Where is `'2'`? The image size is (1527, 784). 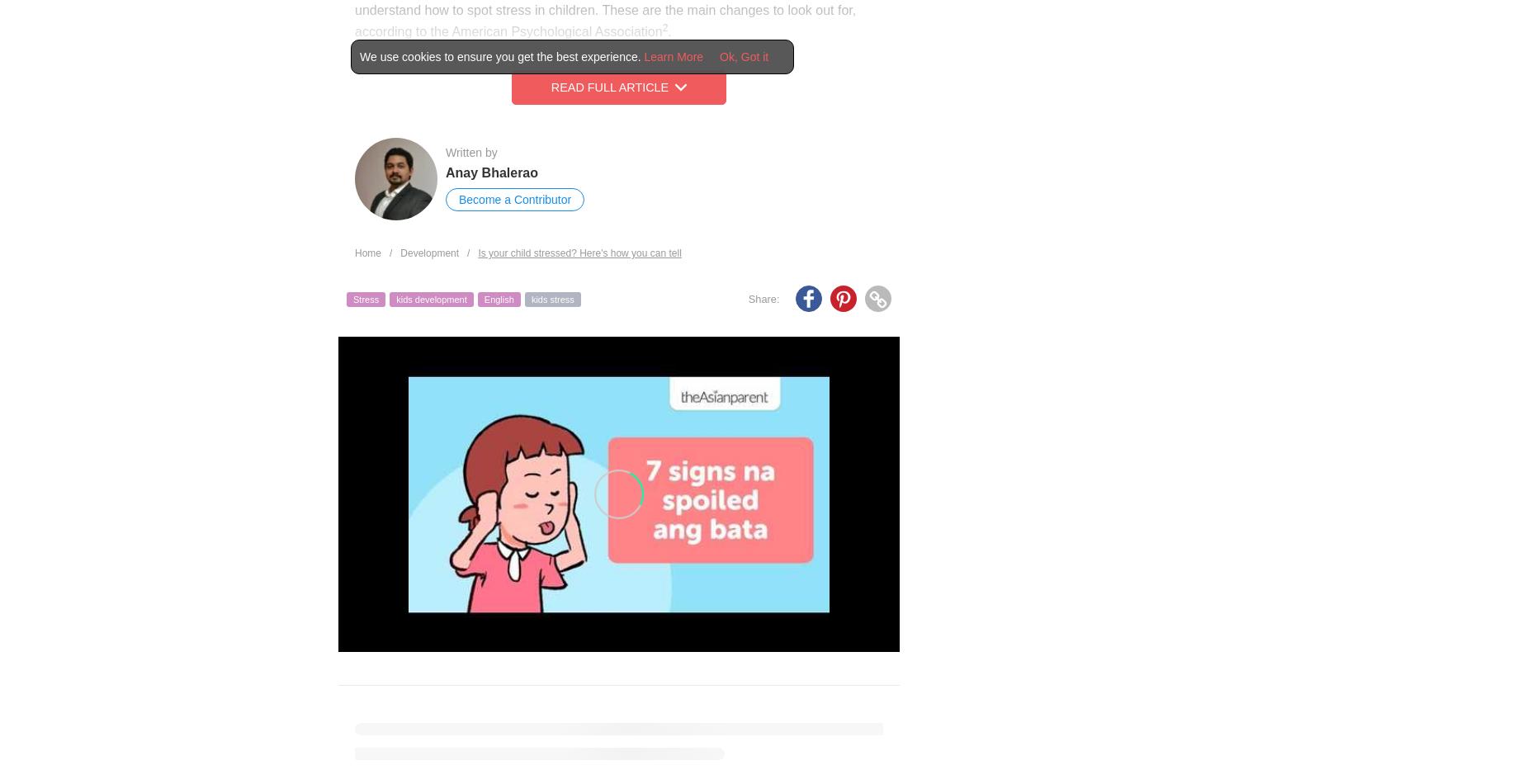 '2' is located at coordinates (661, 26).